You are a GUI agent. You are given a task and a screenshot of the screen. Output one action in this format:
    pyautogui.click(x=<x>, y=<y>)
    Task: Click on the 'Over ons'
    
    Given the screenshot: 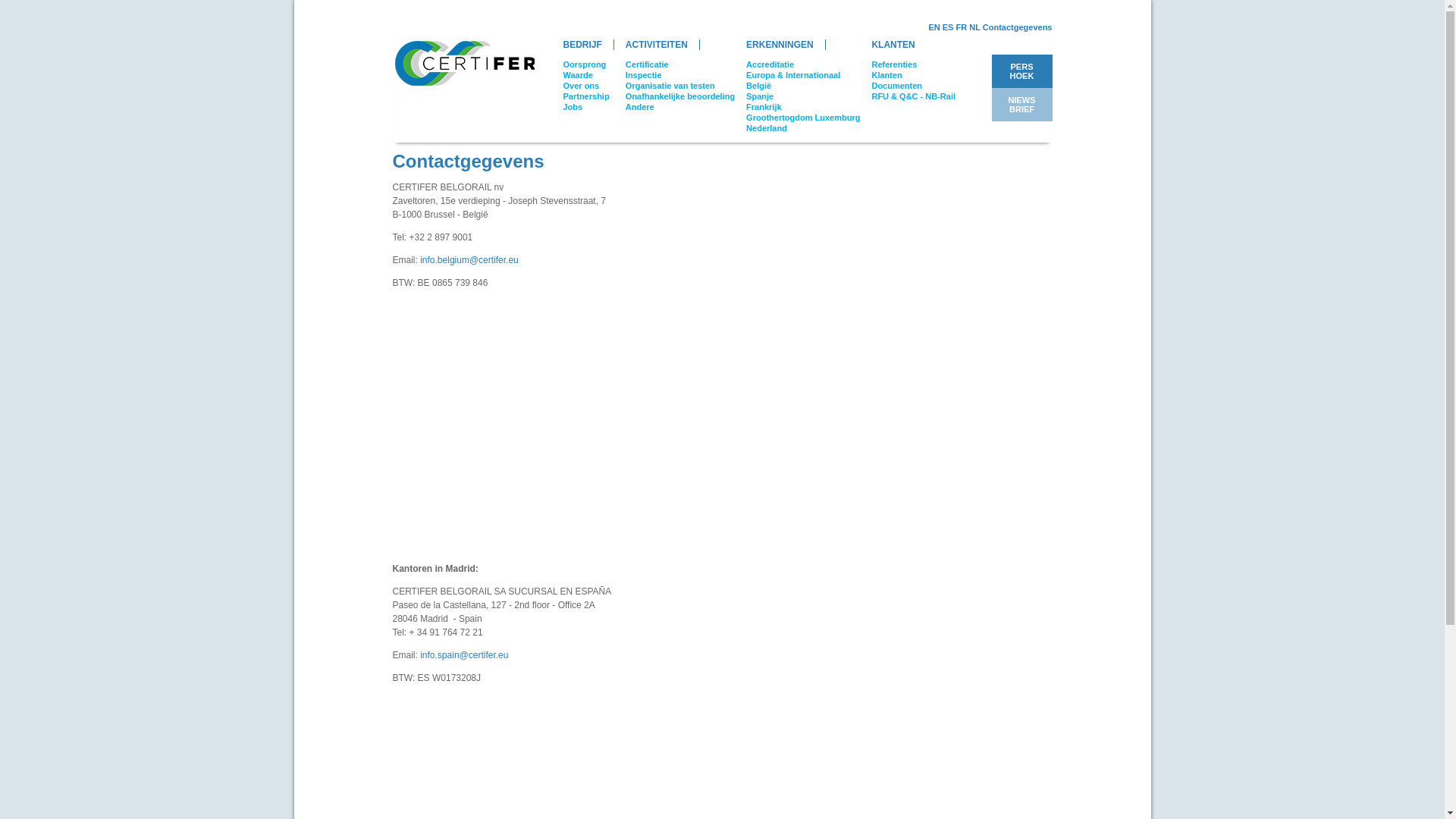 What is the action you would take?
    pyautogui.click(x=580, y=85)
    